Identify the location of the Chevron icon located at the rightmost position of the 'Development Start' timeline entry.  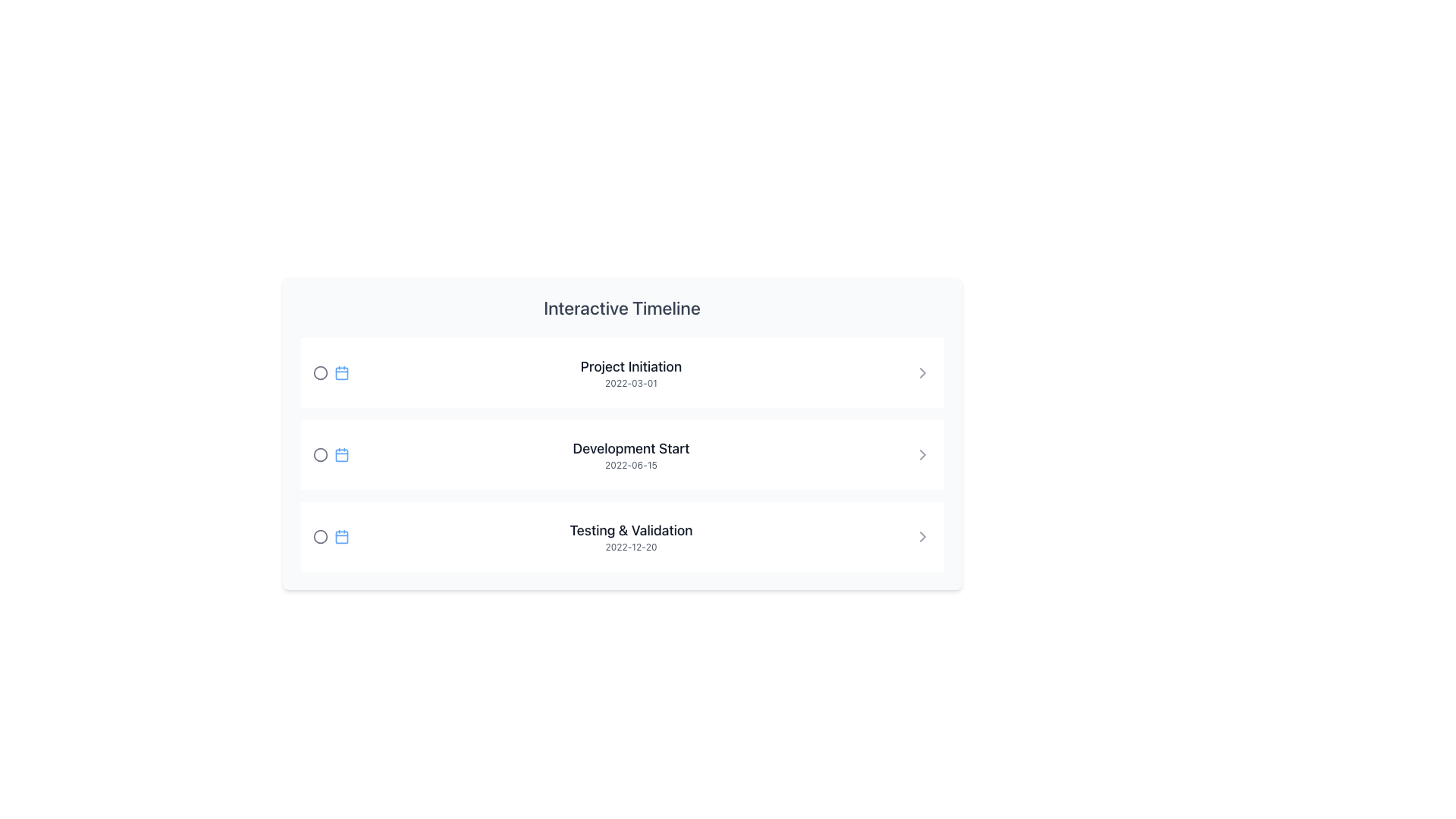
(921, 454).